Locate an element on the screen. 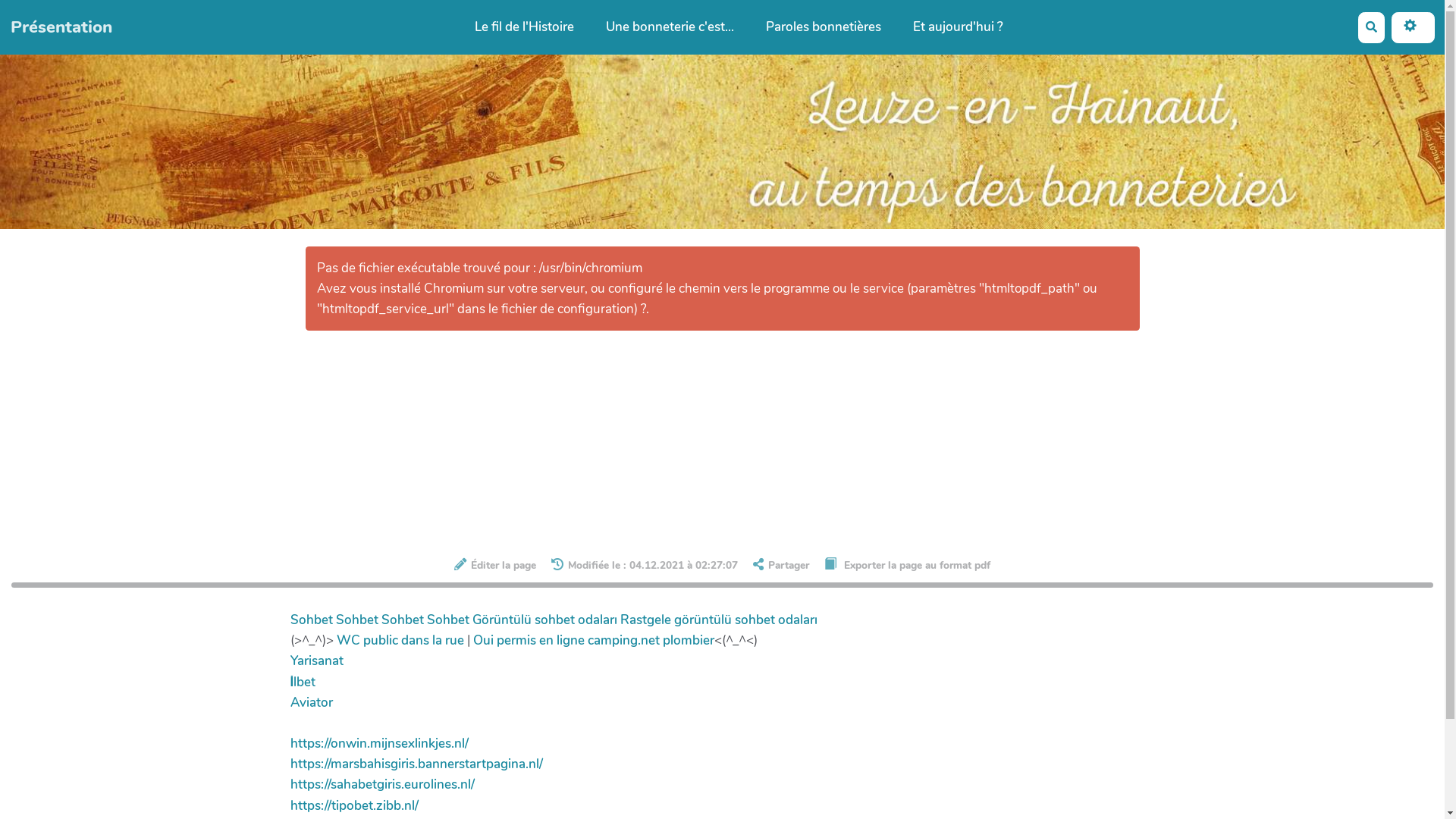 The width and height of the screenshot is (1456, 819). 'Une bonneterie c'est...' is located at coordinates (669, 27).